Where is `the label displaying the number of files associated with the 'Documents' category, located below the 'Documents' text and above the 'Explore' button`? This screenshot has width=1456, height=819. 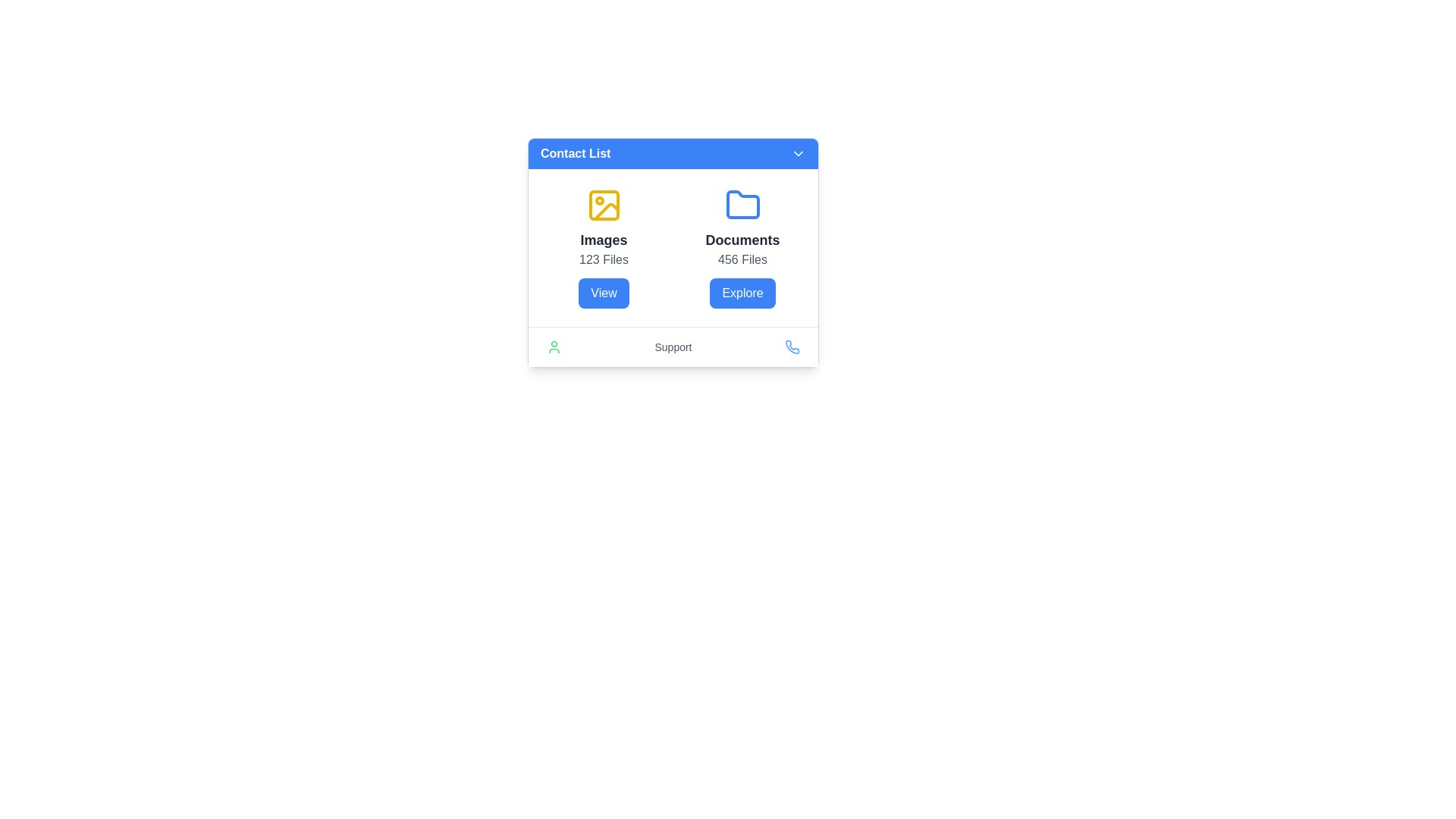 the label displaying the number of files associated with the 'Documents' category, located below the 'Documents' text and above the 'Explore' button is located at coordinates (742, 259).